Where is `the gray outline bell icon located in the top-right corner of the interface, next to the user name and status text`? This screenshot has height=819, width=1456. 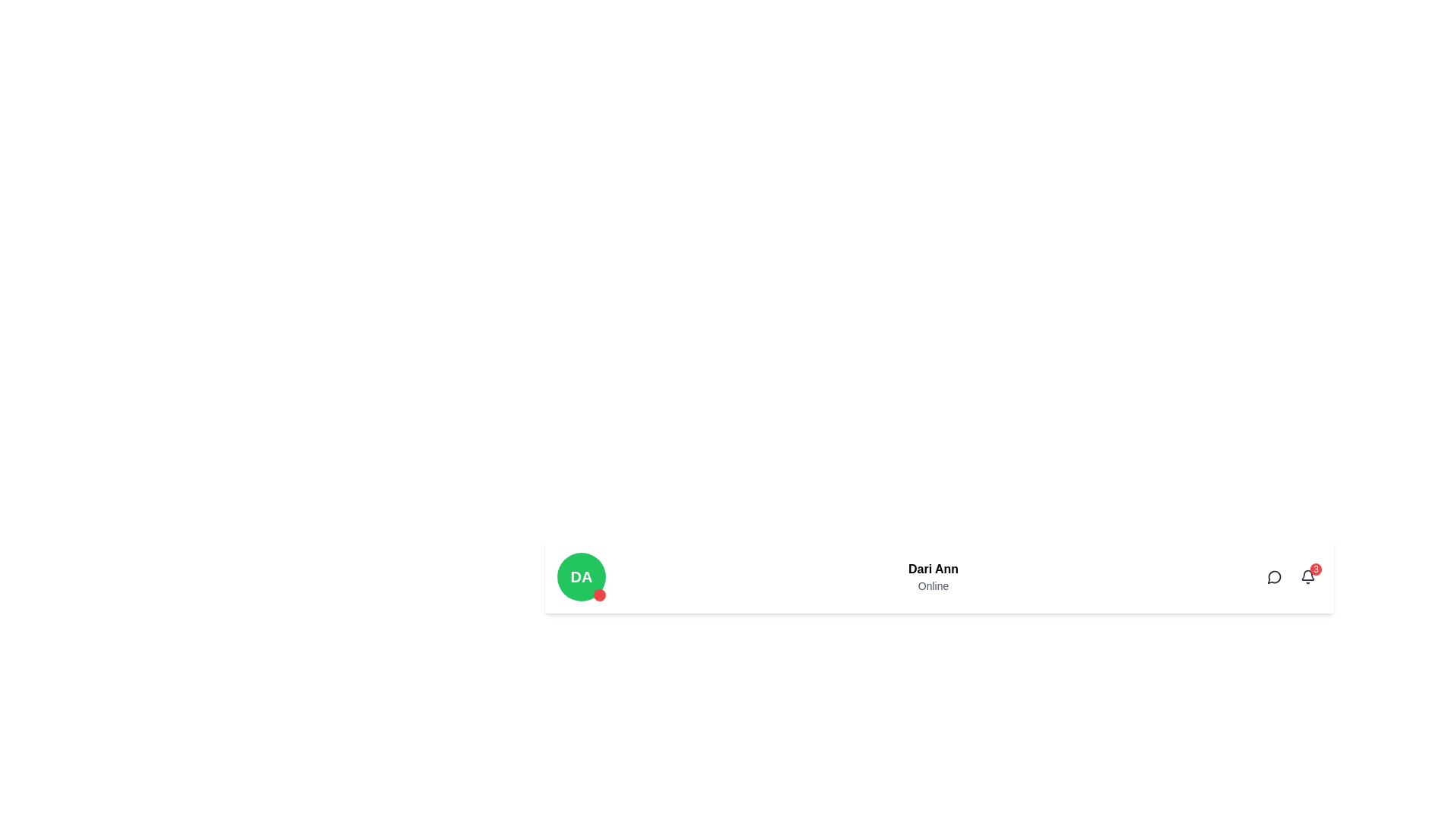
the gray outline bell icon located in the top-right corner of the interface, next to the user name and status text is located at coordinates (1307, 575).